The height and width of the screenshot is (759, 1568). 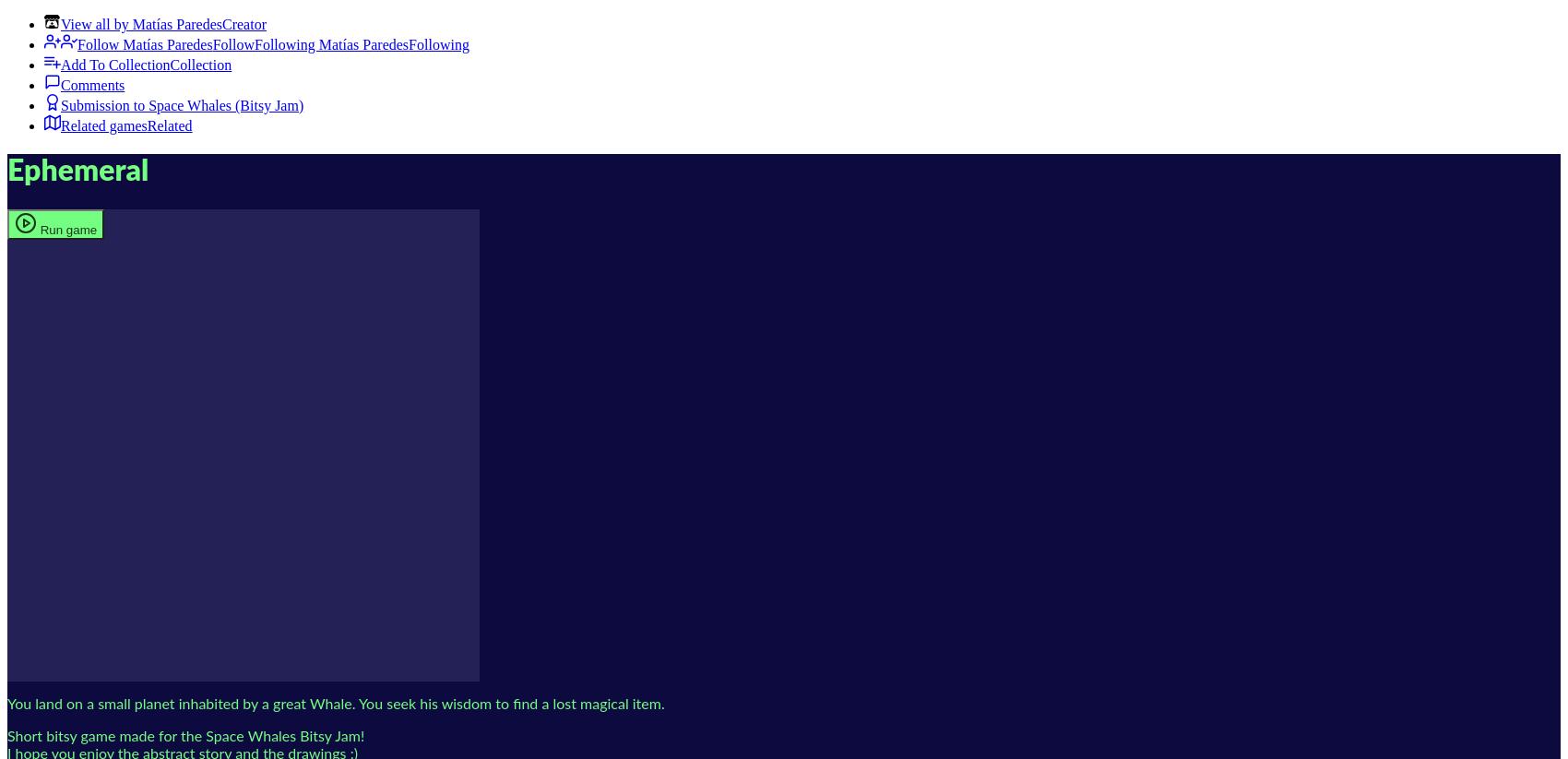 What do you see at coordinates (92, 84) in the screenshot?
I see `'Comments'` at bounding box center [92, 84].